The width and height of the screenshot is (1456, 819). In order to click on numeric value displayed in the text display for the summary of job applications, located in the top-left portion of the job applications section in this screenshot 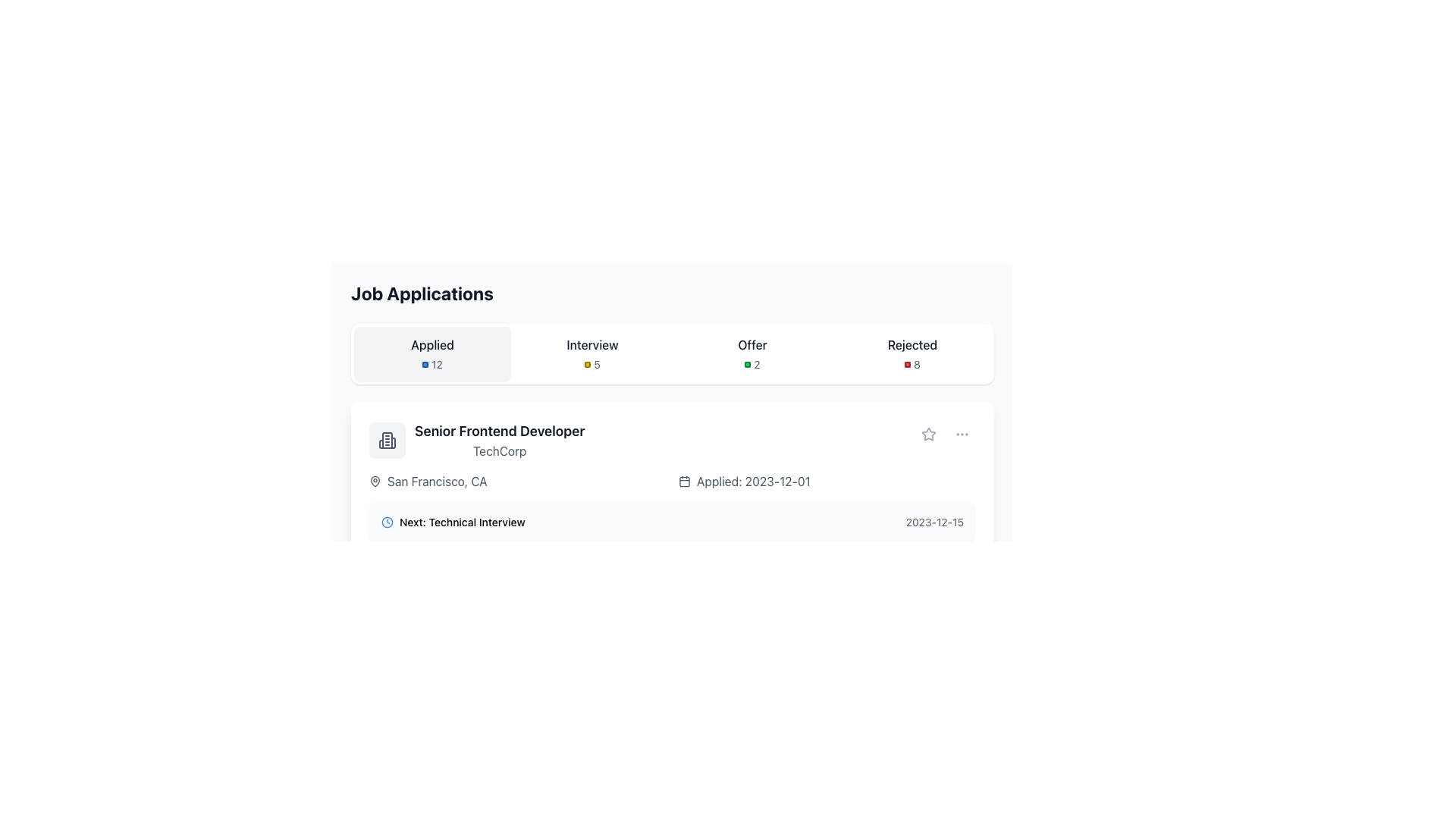, I will do `click(431, 353)`.